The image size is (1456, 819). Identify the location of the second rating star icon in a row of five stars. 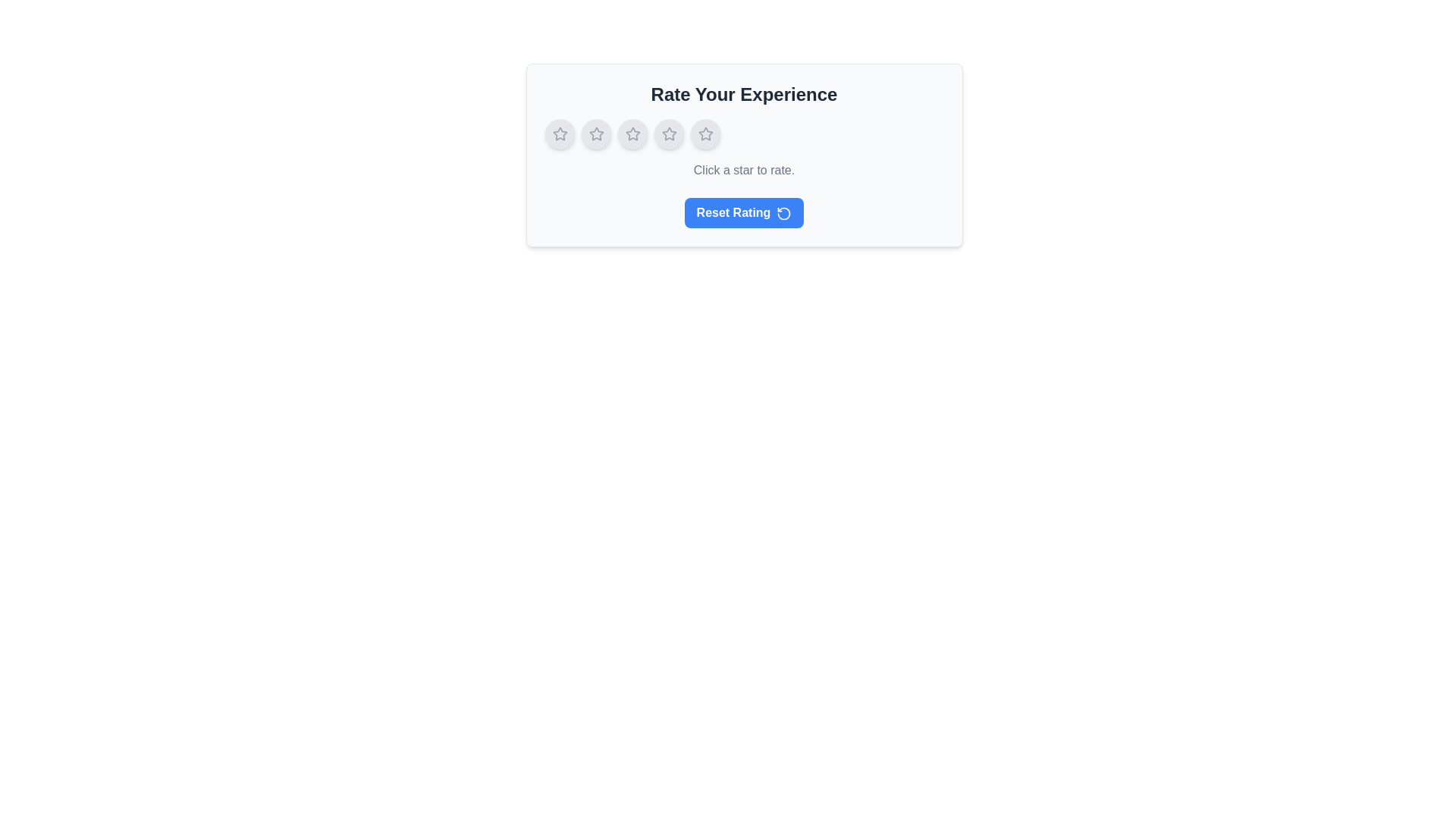
(632, 133).